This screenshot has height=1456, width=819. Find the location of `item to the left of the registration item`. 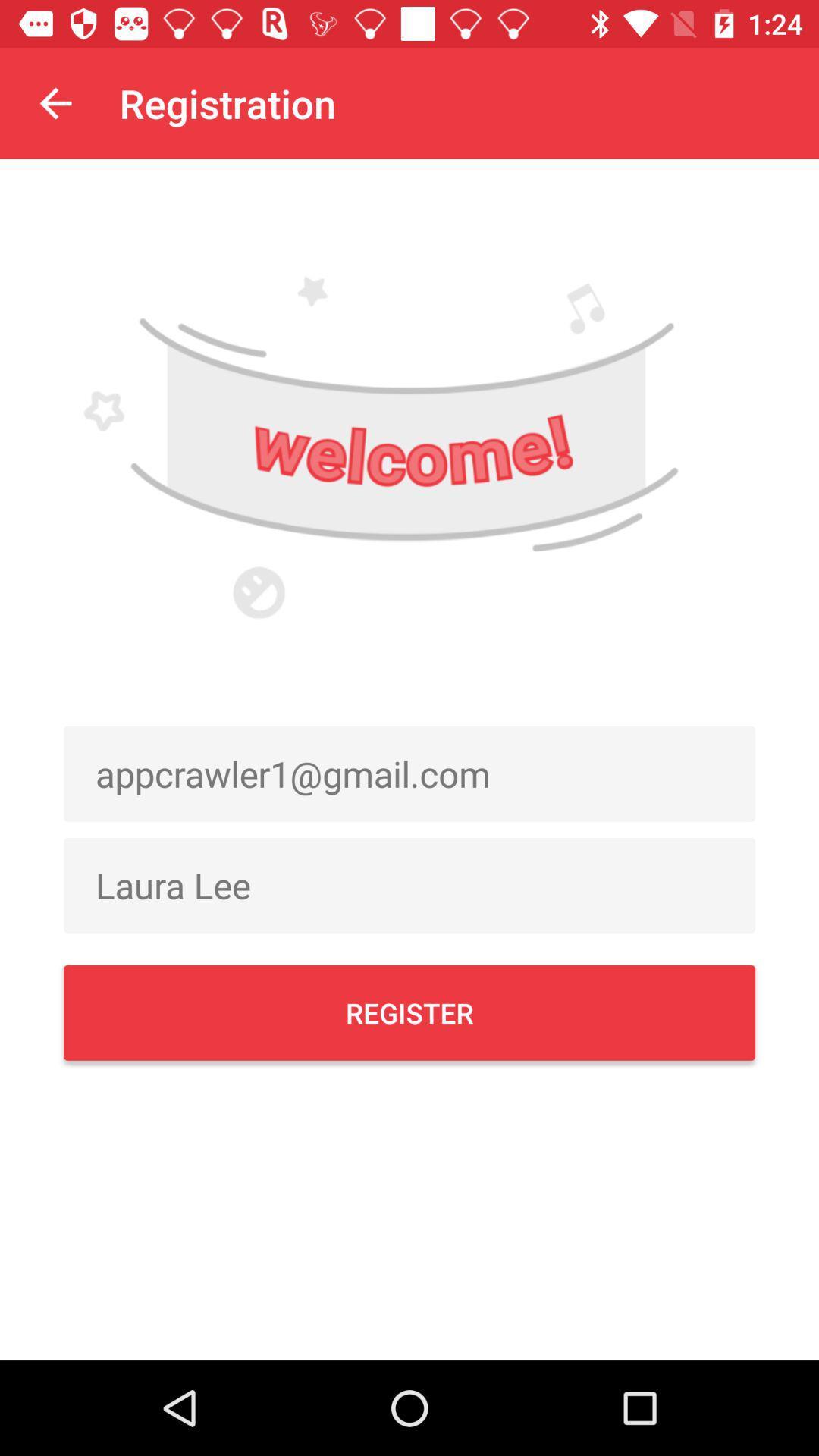

item to the left of the registration item is located at coordinates (55, 102).